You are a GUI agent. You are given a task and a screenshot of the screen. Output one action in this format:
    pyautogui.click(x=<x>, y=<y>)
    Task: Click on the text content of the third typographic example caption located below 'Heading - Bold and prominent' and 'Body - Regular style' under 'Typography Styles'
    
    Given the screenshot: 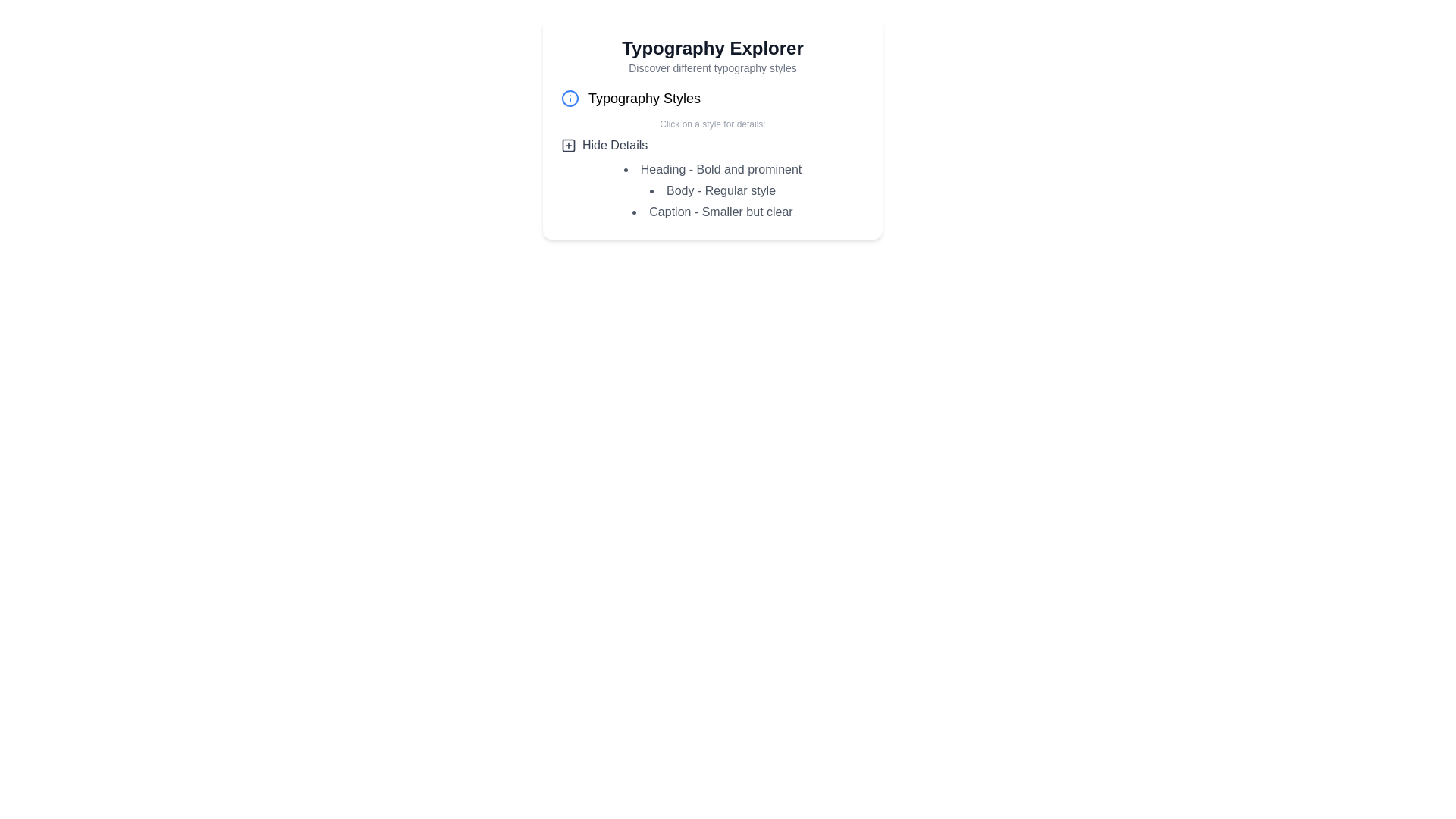 What is the action you would take?
    pyautogui.click(x=712, y=212)
    